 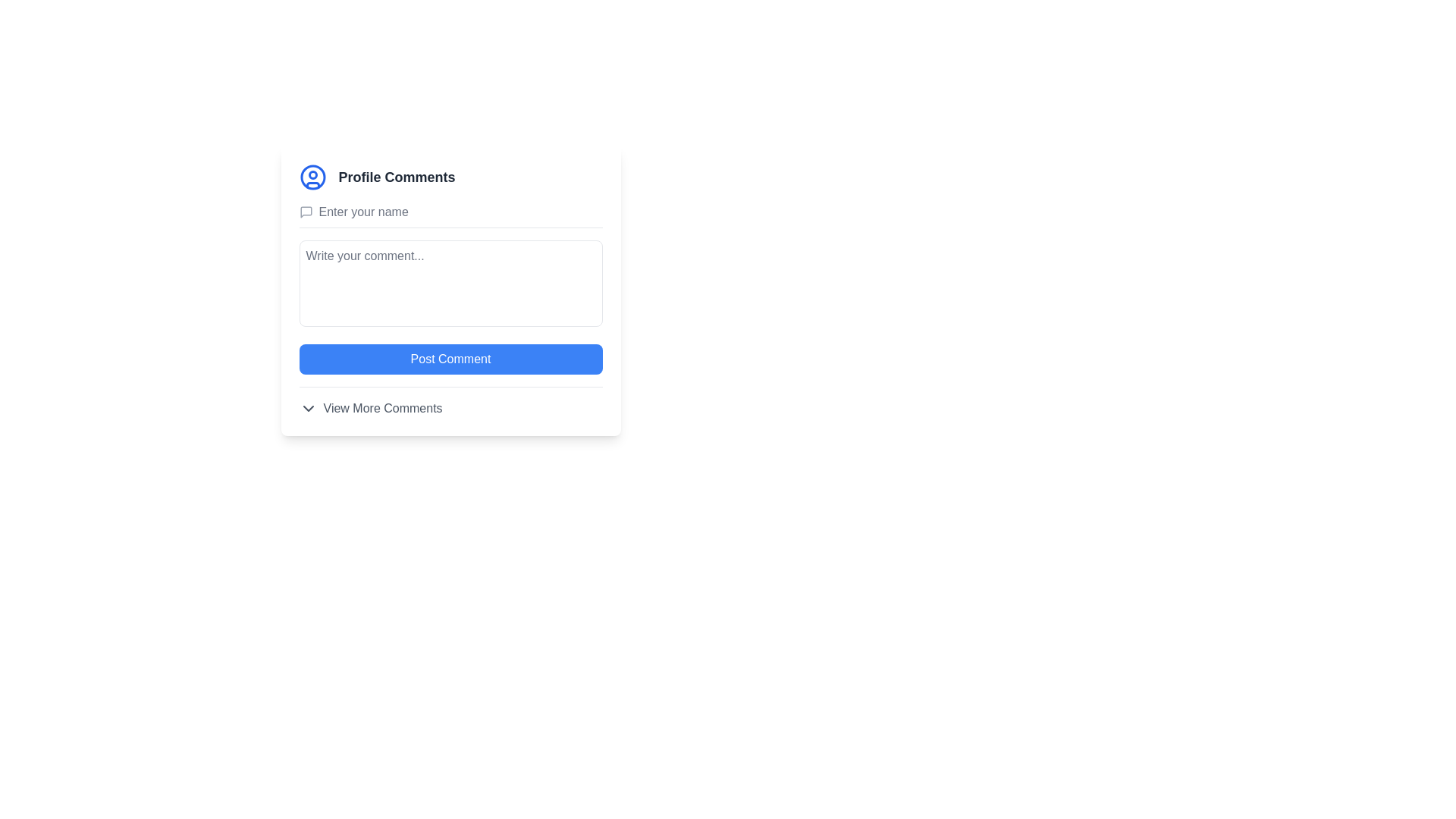 What do you see at coordinates (450, 177) in the screenshot?
I see `the Text label with an accompanying icon that serves as a heading for the comments section above the input labeled 'Enter your name'` at bounding box center [450, 177].